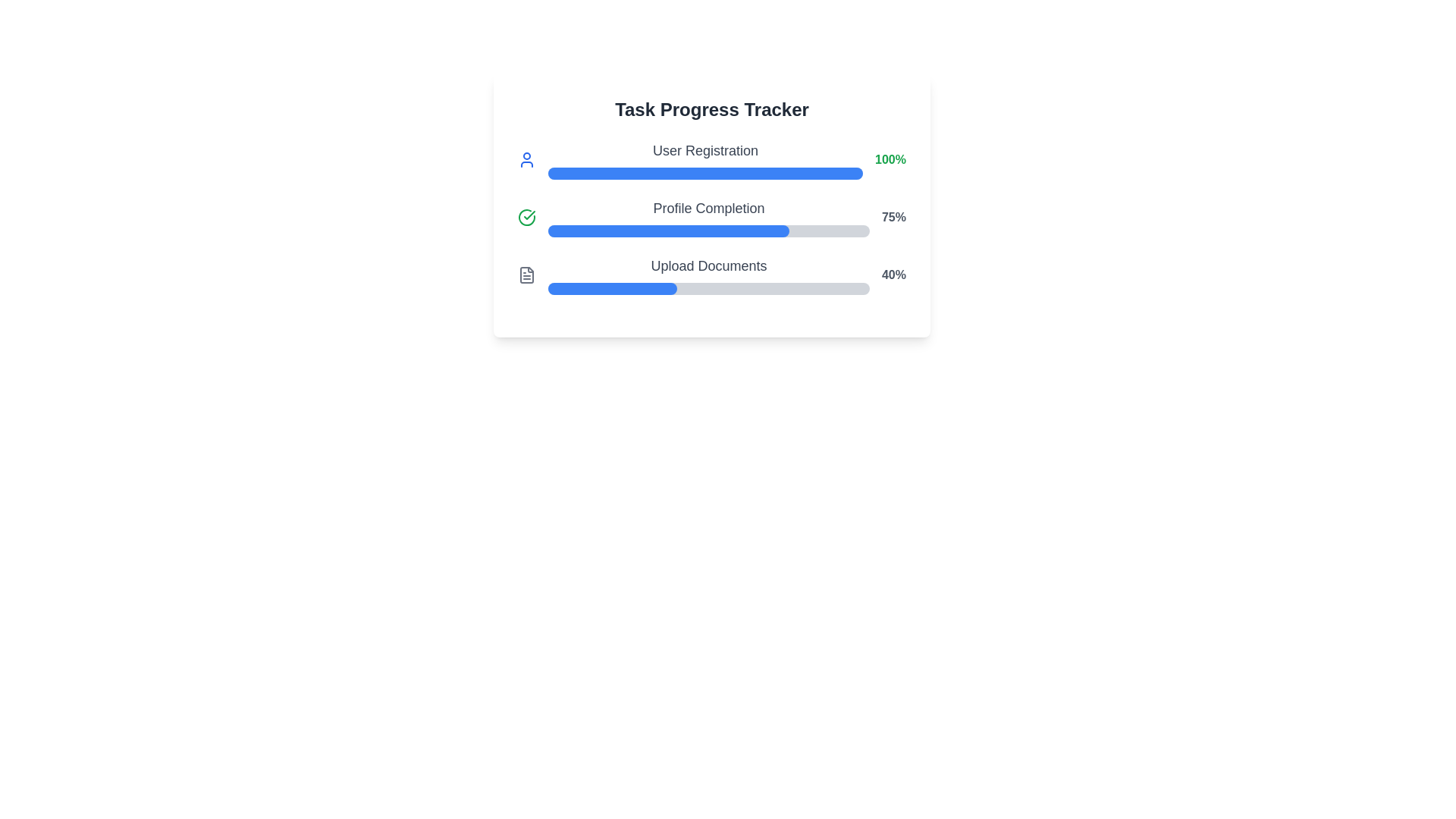 The height and width of the screenshot is (819, 1456). Describe the element at coordinates (612, 289) in the screenshot. I see `the first segment of the third progress bar which visually represents 40% completion, located below the 'Upload Documents' label` at that location.